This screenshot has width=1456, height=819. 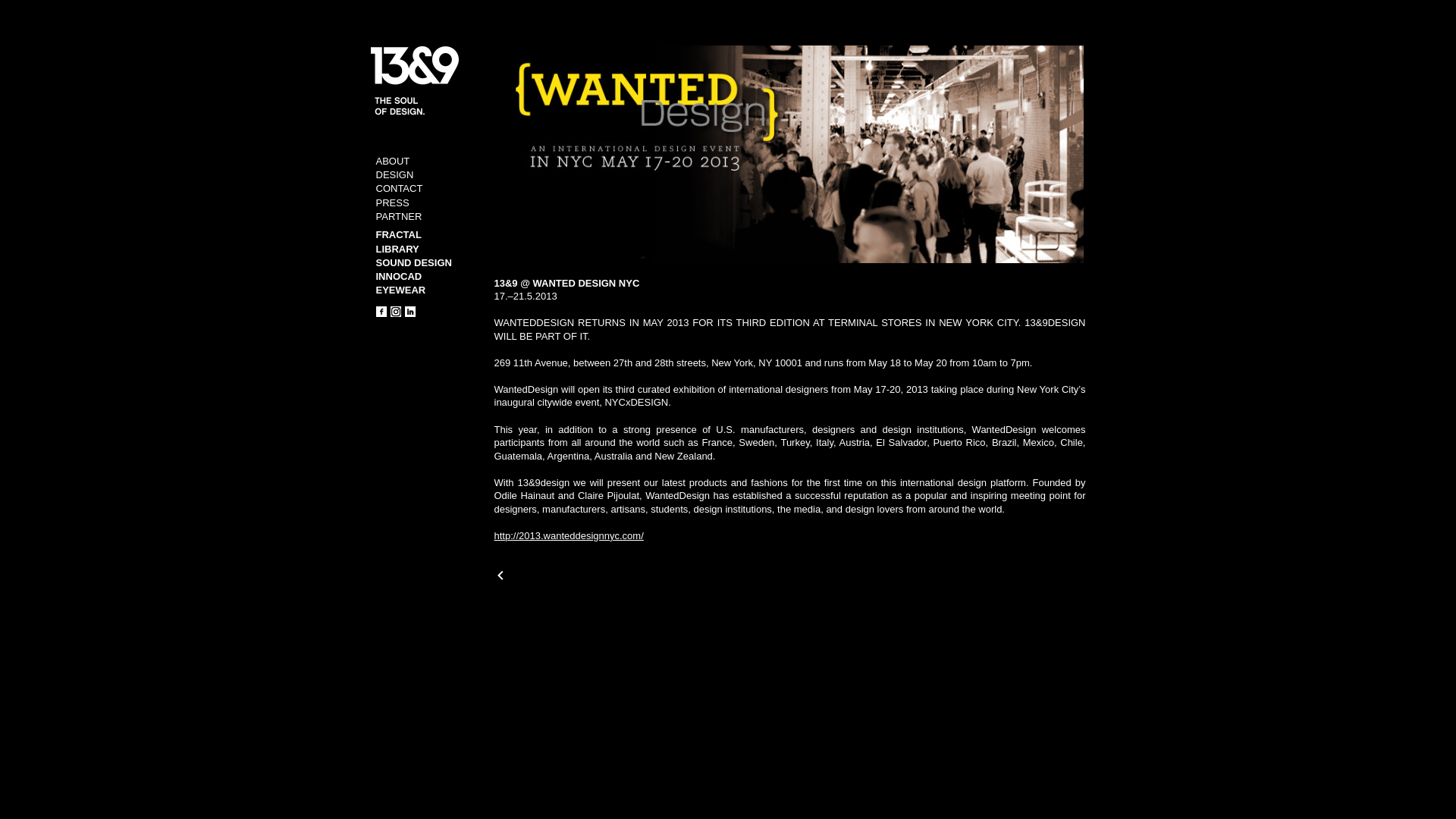 What do you see at coordinates (375, 161) in the screenshot?
I see `'ABOUT'` at bounding box center [375, 161].